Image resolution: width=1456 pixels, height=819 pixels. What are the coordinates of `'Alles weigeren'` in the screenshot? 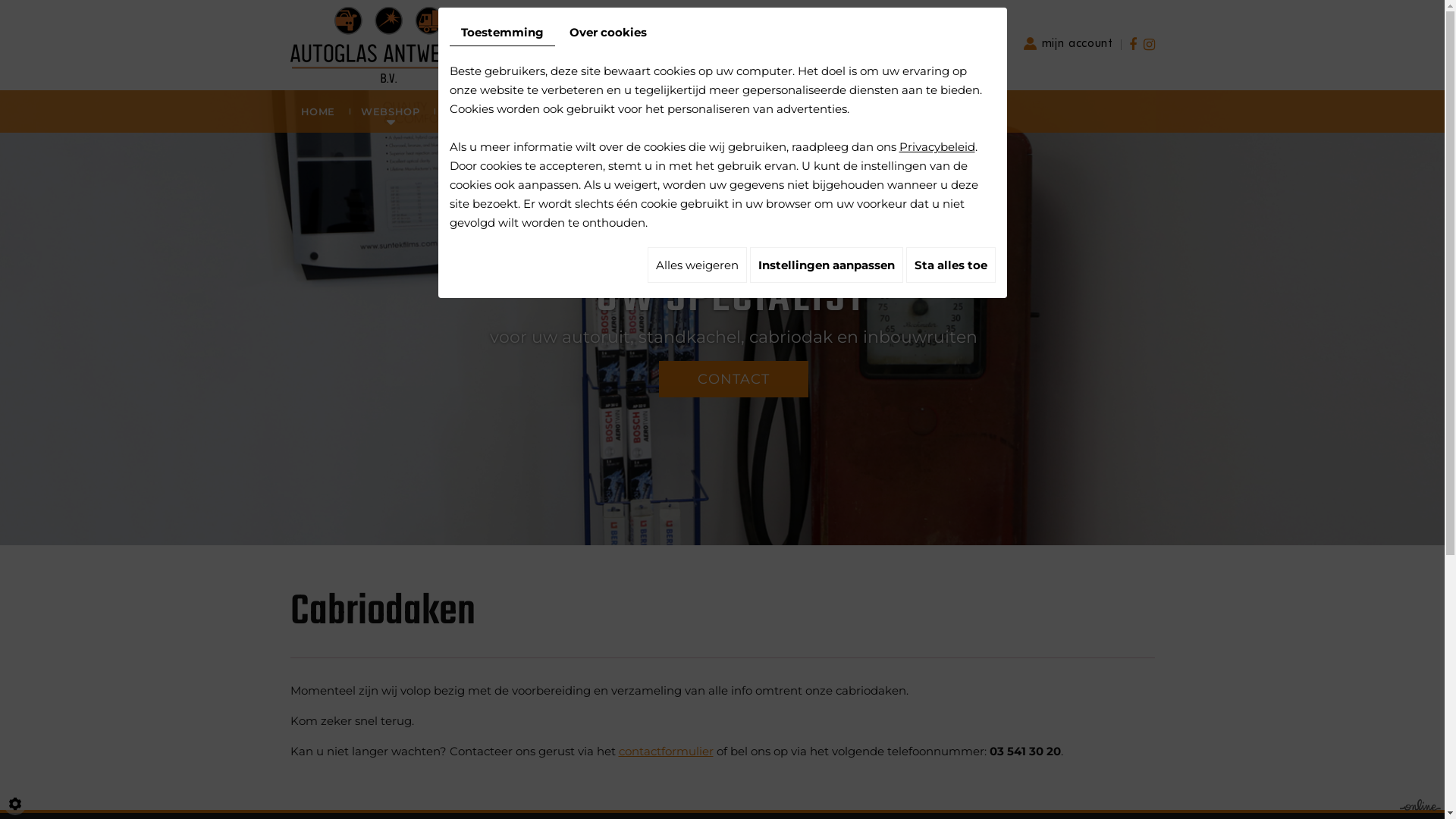 It's located at (696, 264).